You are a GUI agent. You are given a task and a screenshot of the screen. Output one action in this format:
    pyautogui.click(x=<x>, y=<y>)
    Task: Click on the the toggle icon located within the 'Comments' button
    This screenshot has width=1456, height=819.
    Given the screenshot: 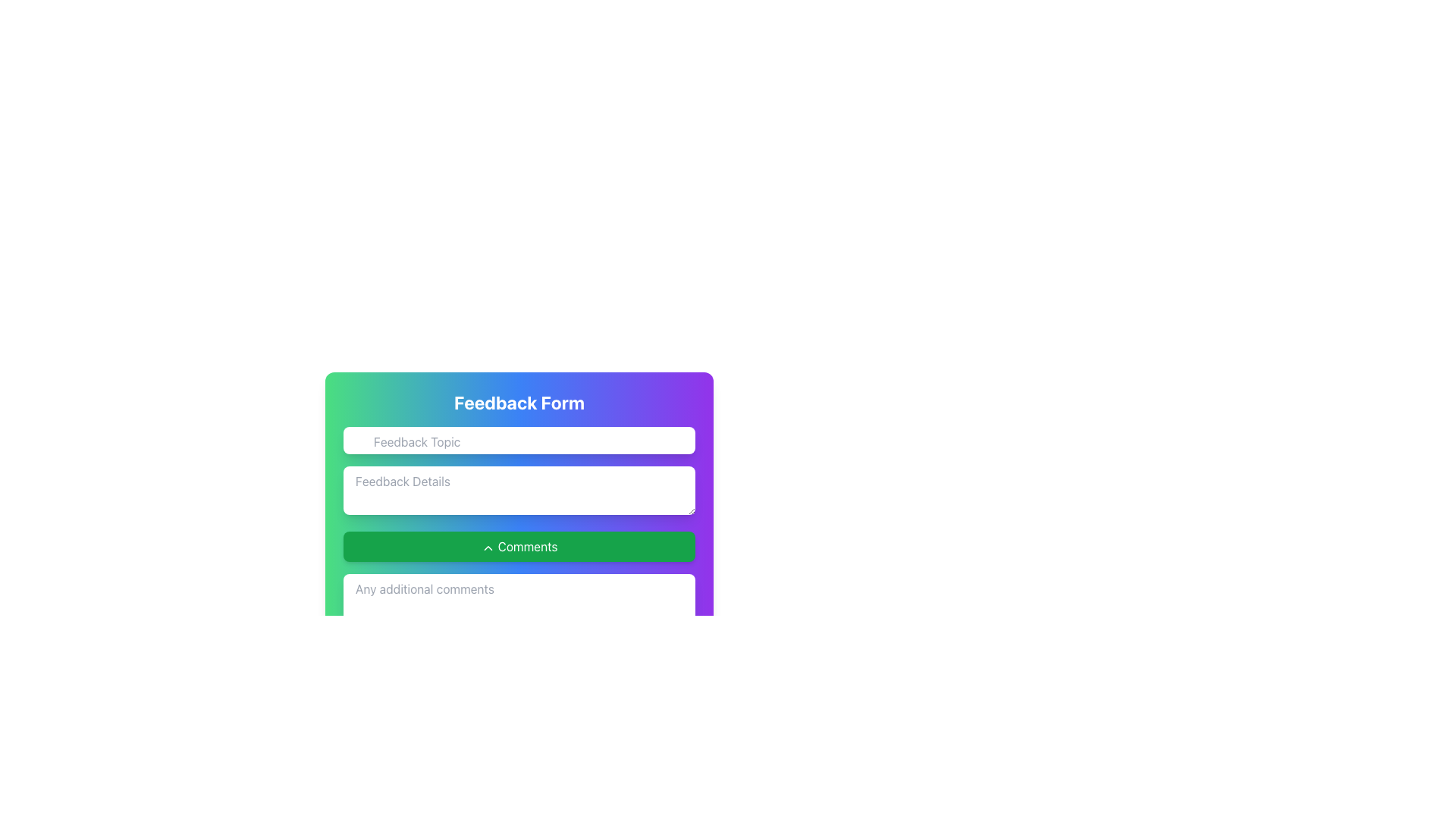 What is the action you would take?
    pyautogui.click(x=488, y=548)
    